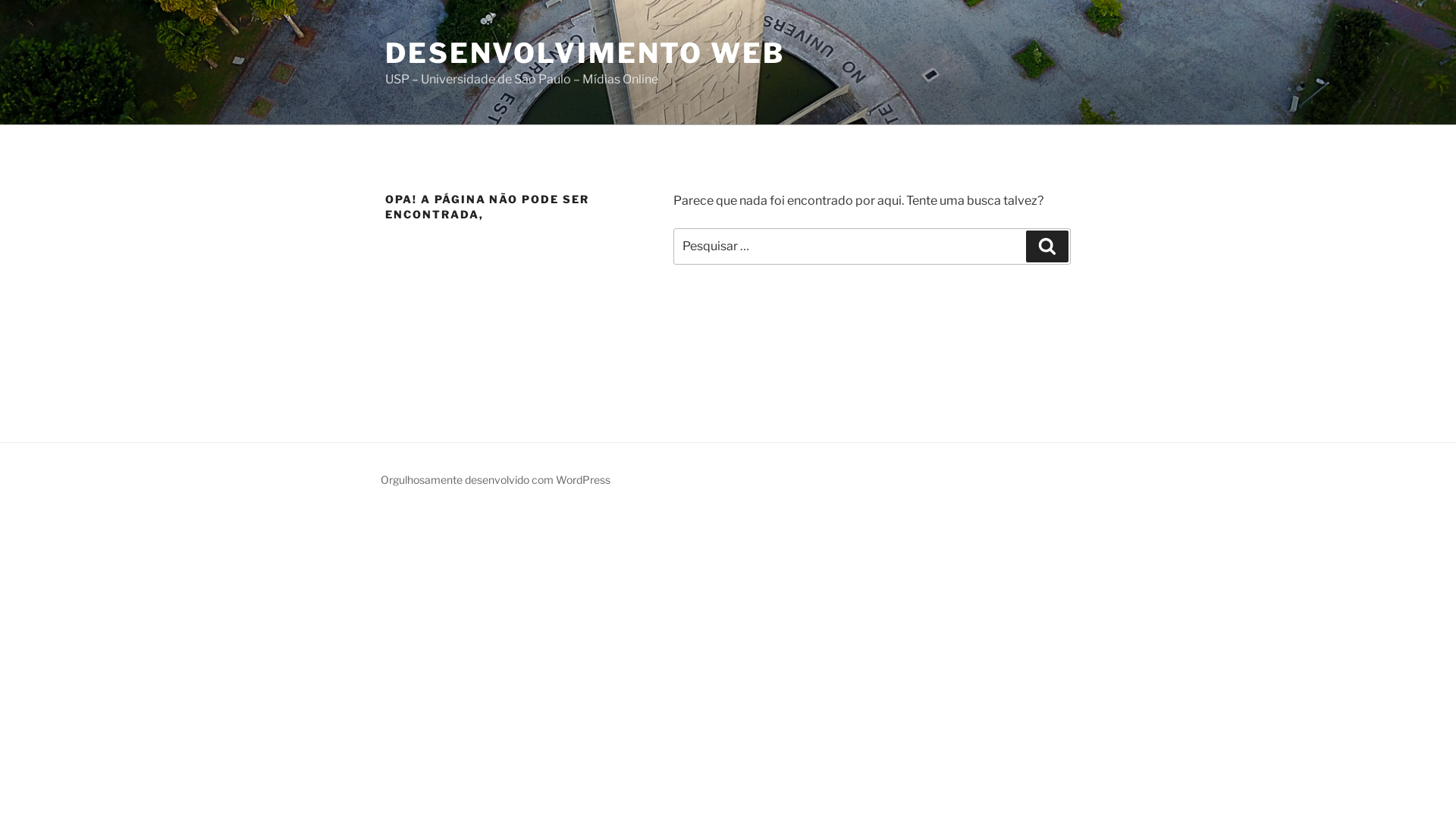  I want to click on 'Pesquisar', so click(1046, 245).